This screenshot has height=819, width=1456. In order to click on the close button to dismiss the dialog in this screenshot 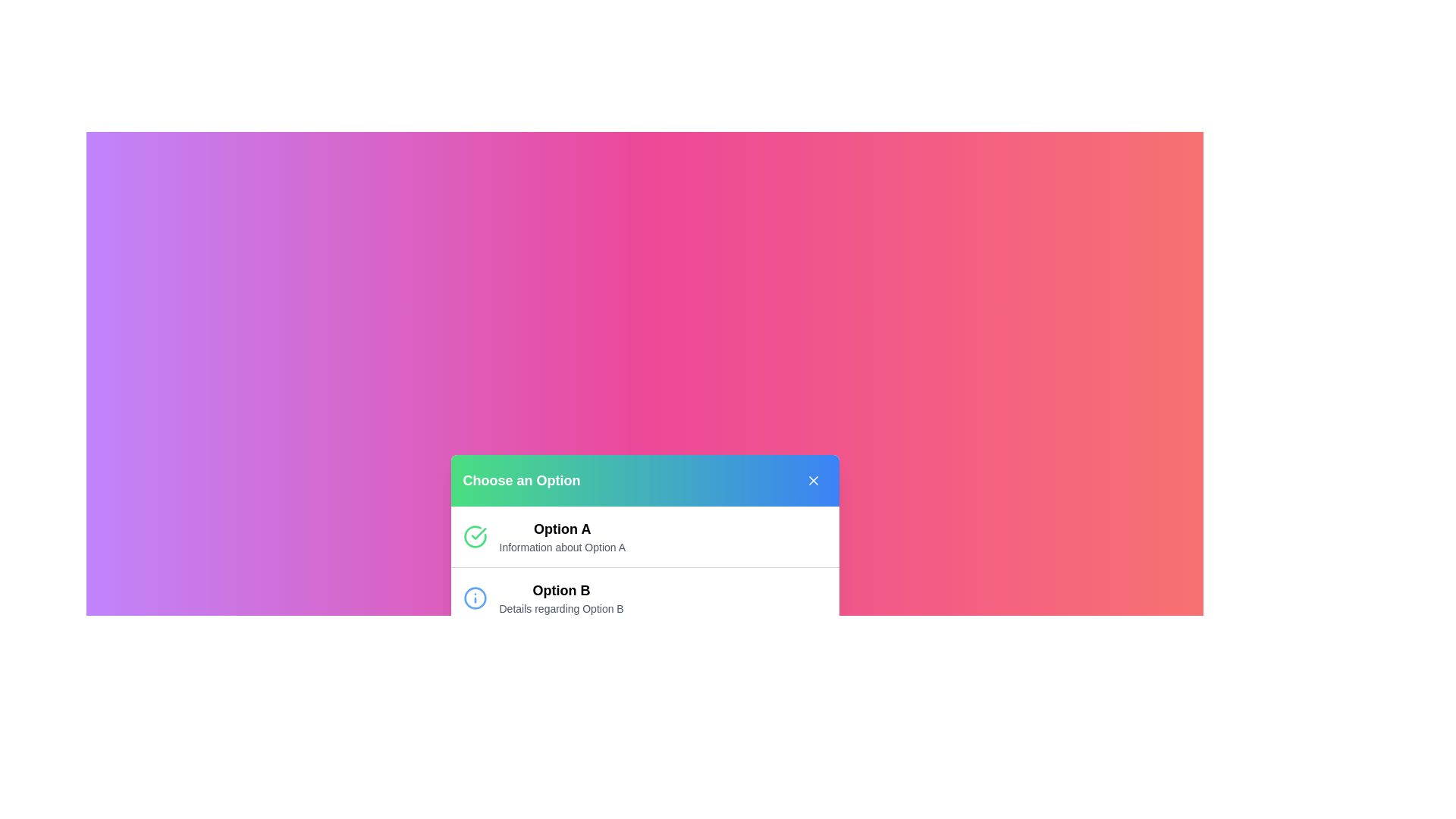, I will do `click(812, 480)`.